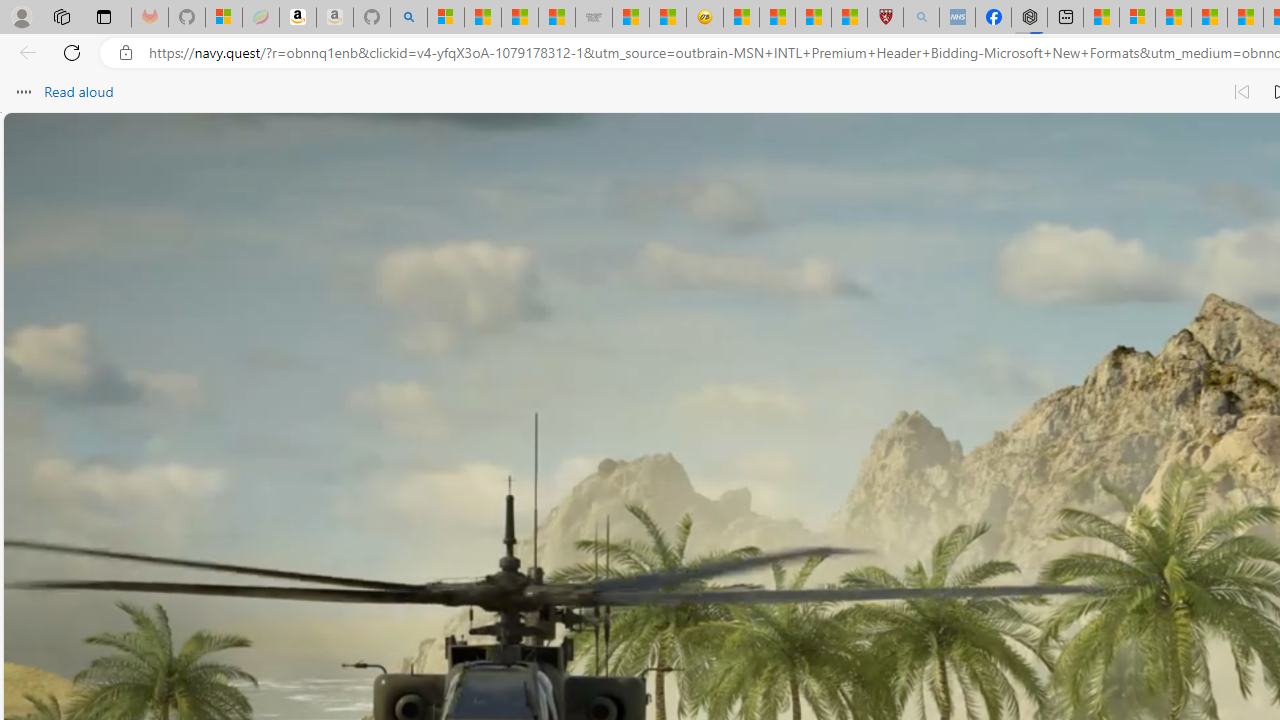  What do you see at coordinates (956, 17) in the screenshot?
I see `'NCL Adult Asthma Inhaler Choice Guideline - Sleeping'` at bounding box center [956, 17].